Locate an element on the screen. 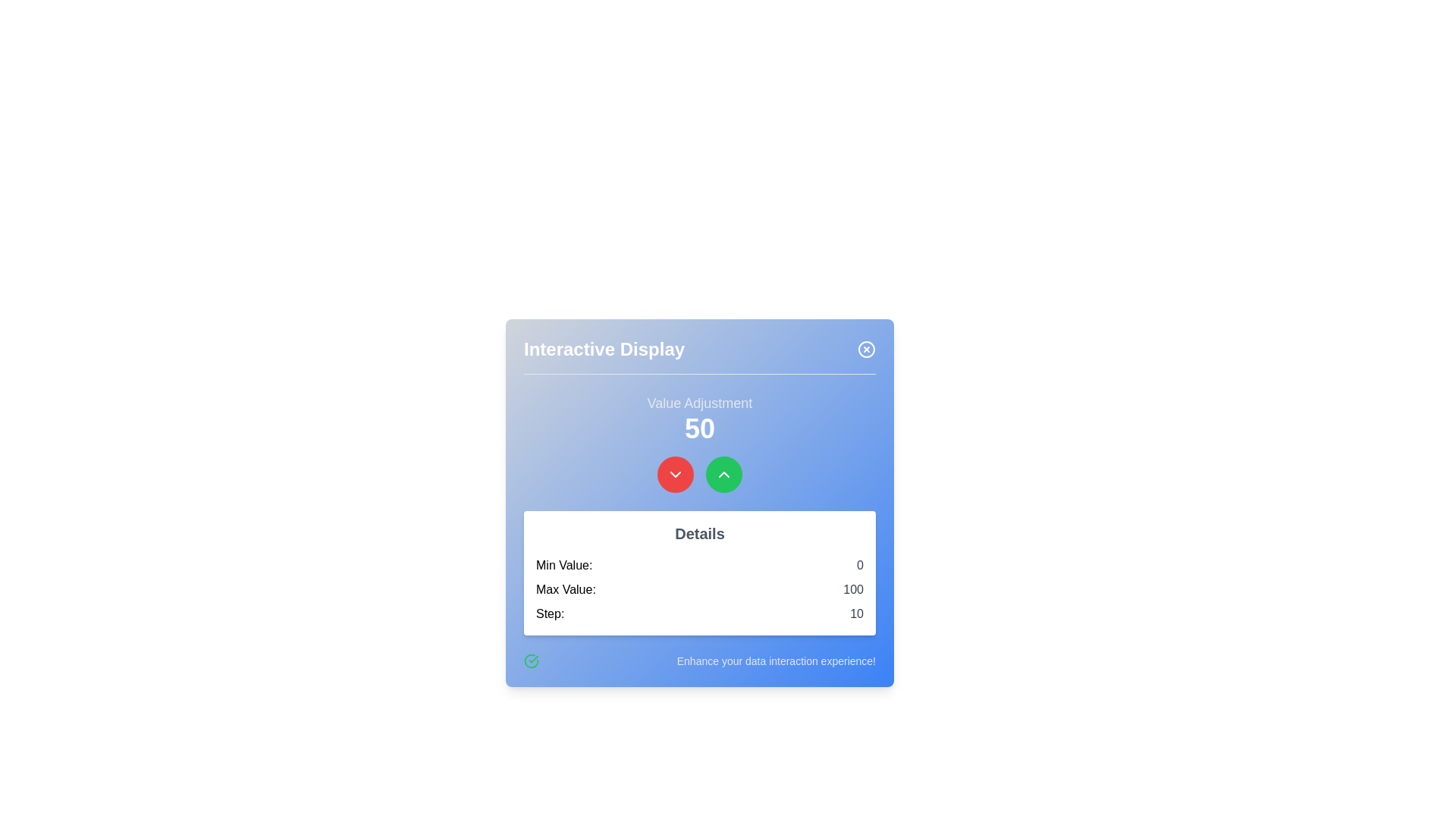 The height and width of the screenshot is (819, 1456). text located at the bottom of the 'Interactive Display' card, next to the green circle checkmark icon is located at coordinates (698, 660).